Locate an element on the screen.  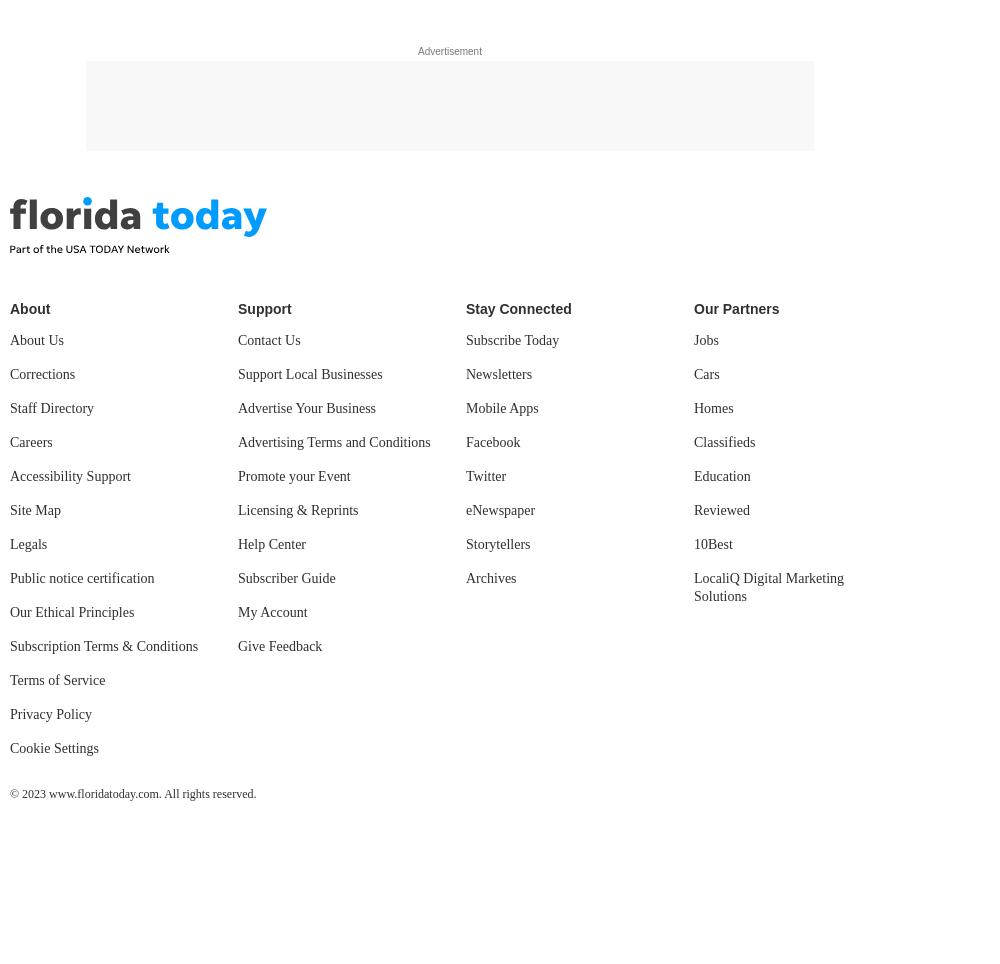
'© 2023 www.floridatoday.com. All rights reserved.' is located at coordinates (133, 794).